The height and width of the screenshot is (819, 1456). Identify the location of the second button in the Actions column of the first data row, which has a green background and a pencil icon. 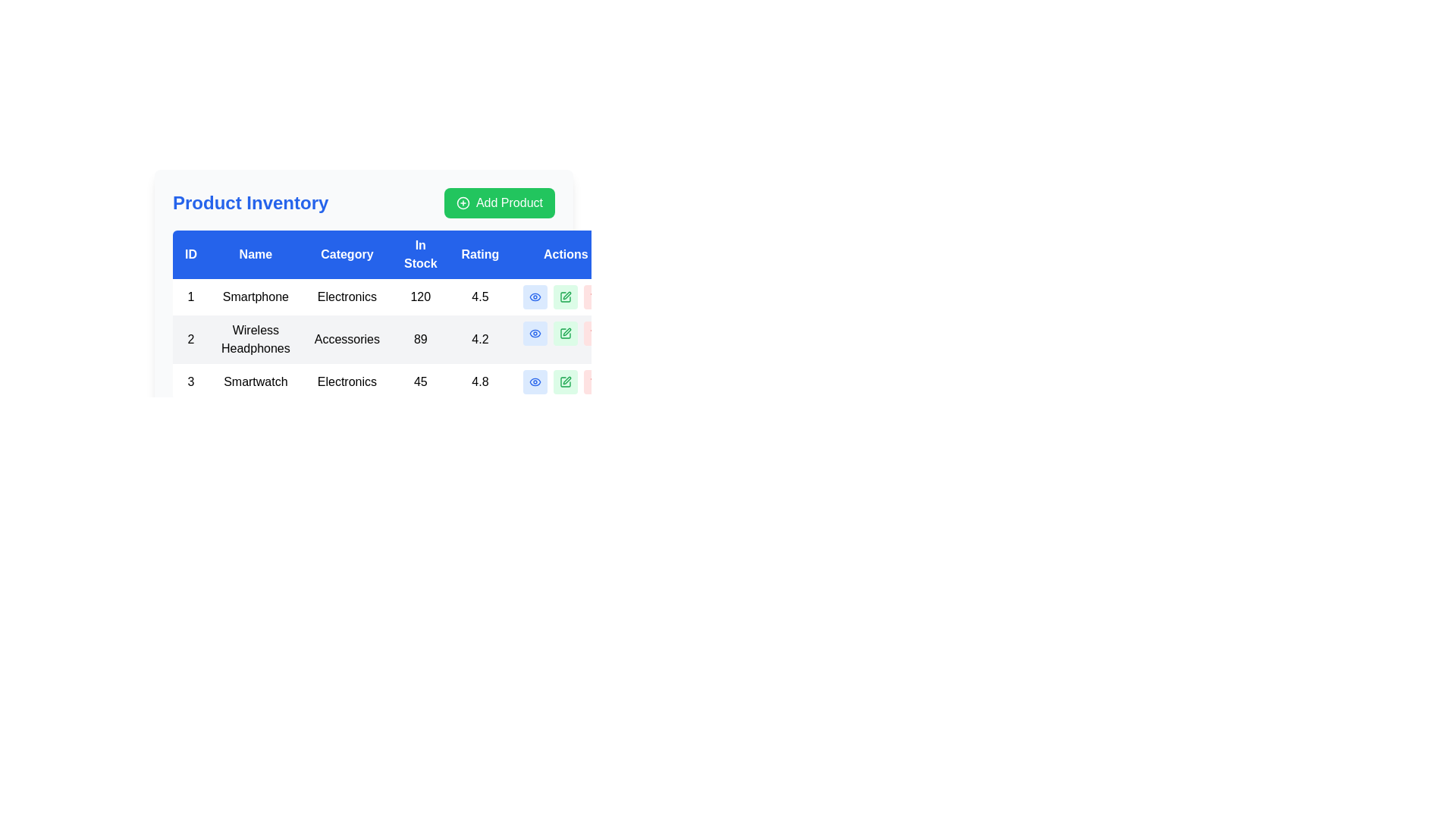
(565, 297).